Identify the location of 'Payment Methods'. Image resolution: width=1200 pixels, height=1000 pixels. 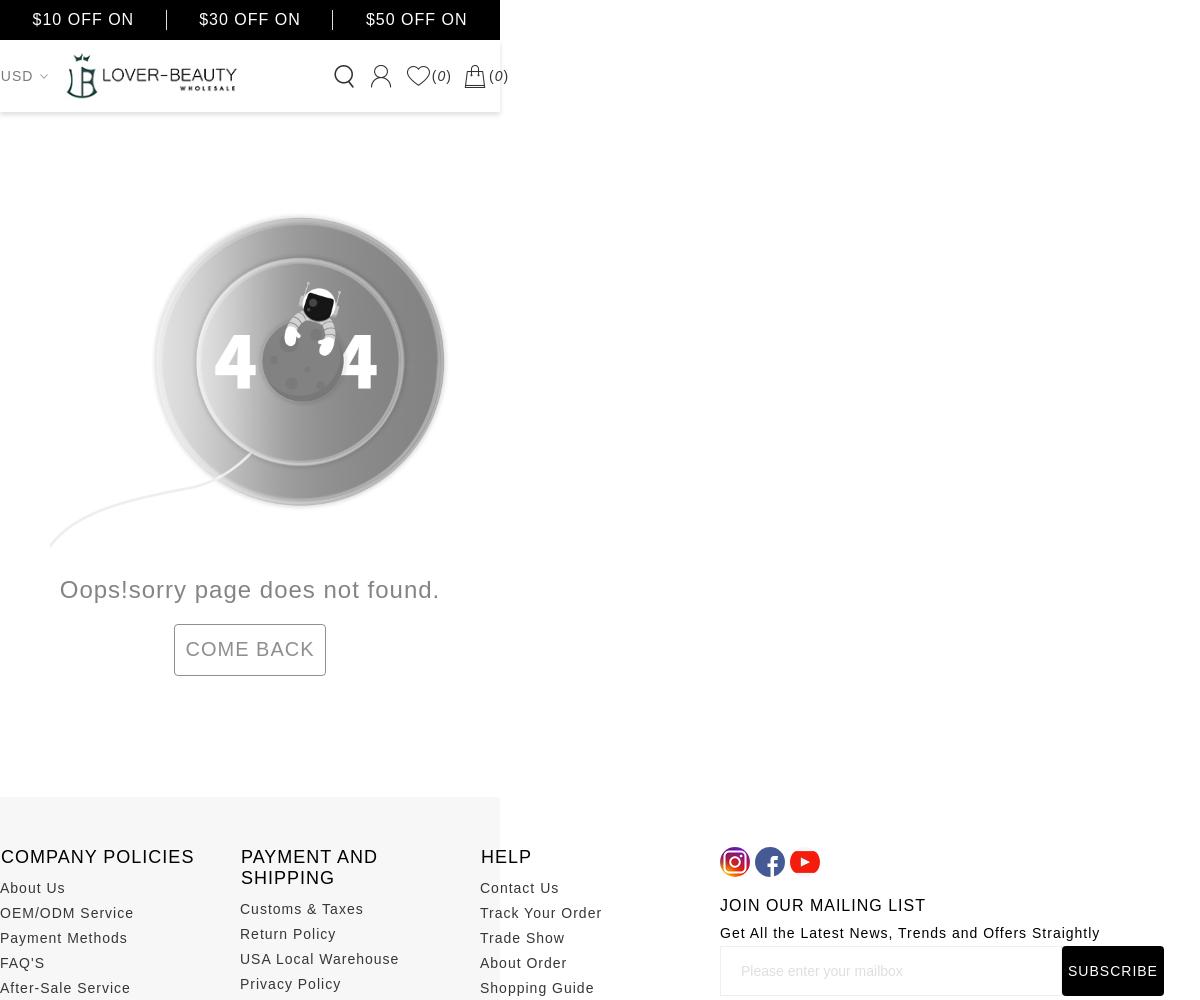
(63, 937).